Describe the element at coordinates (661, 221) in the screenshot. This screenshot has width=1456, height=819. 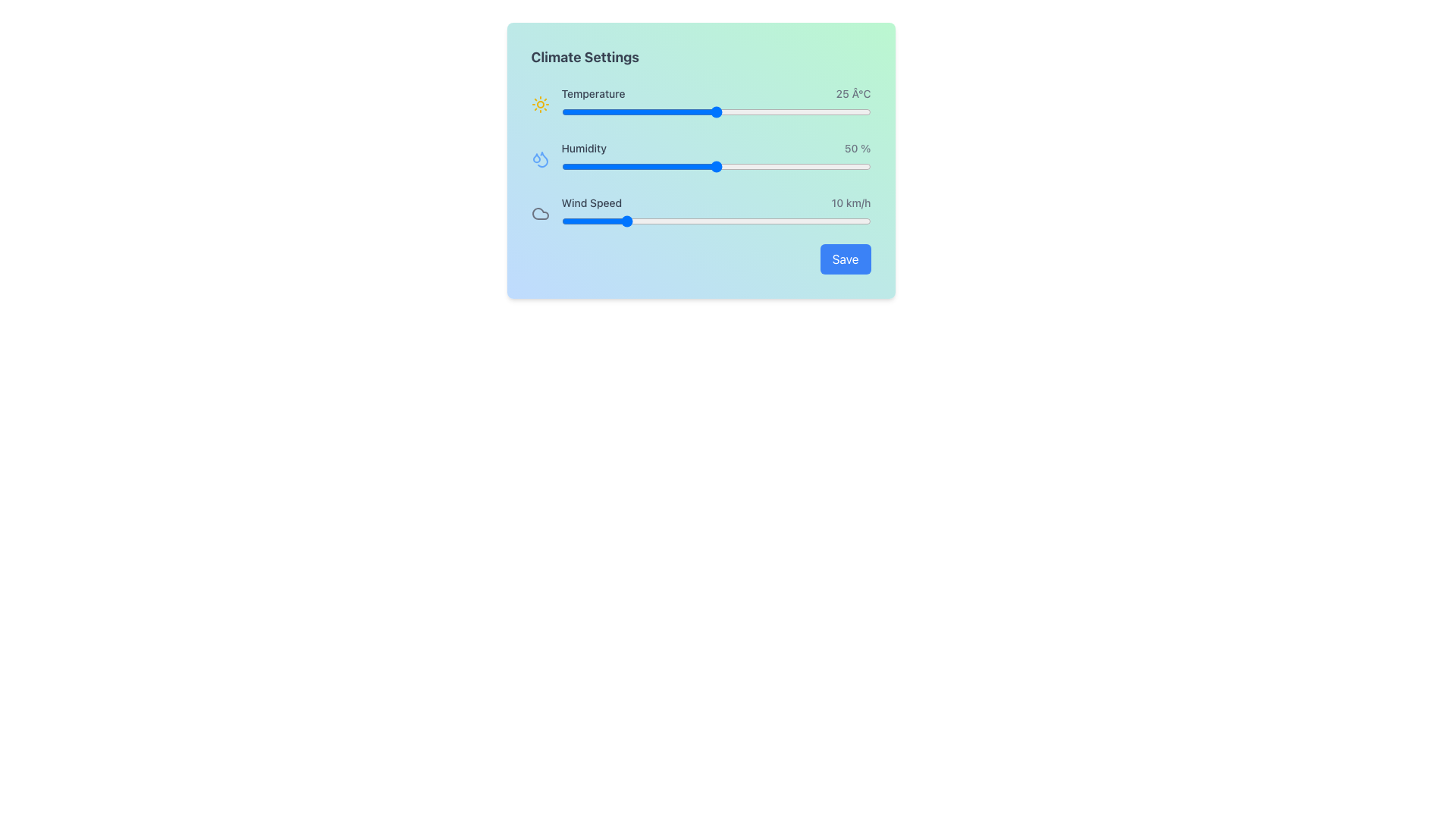
I see `wind speed` at that location.